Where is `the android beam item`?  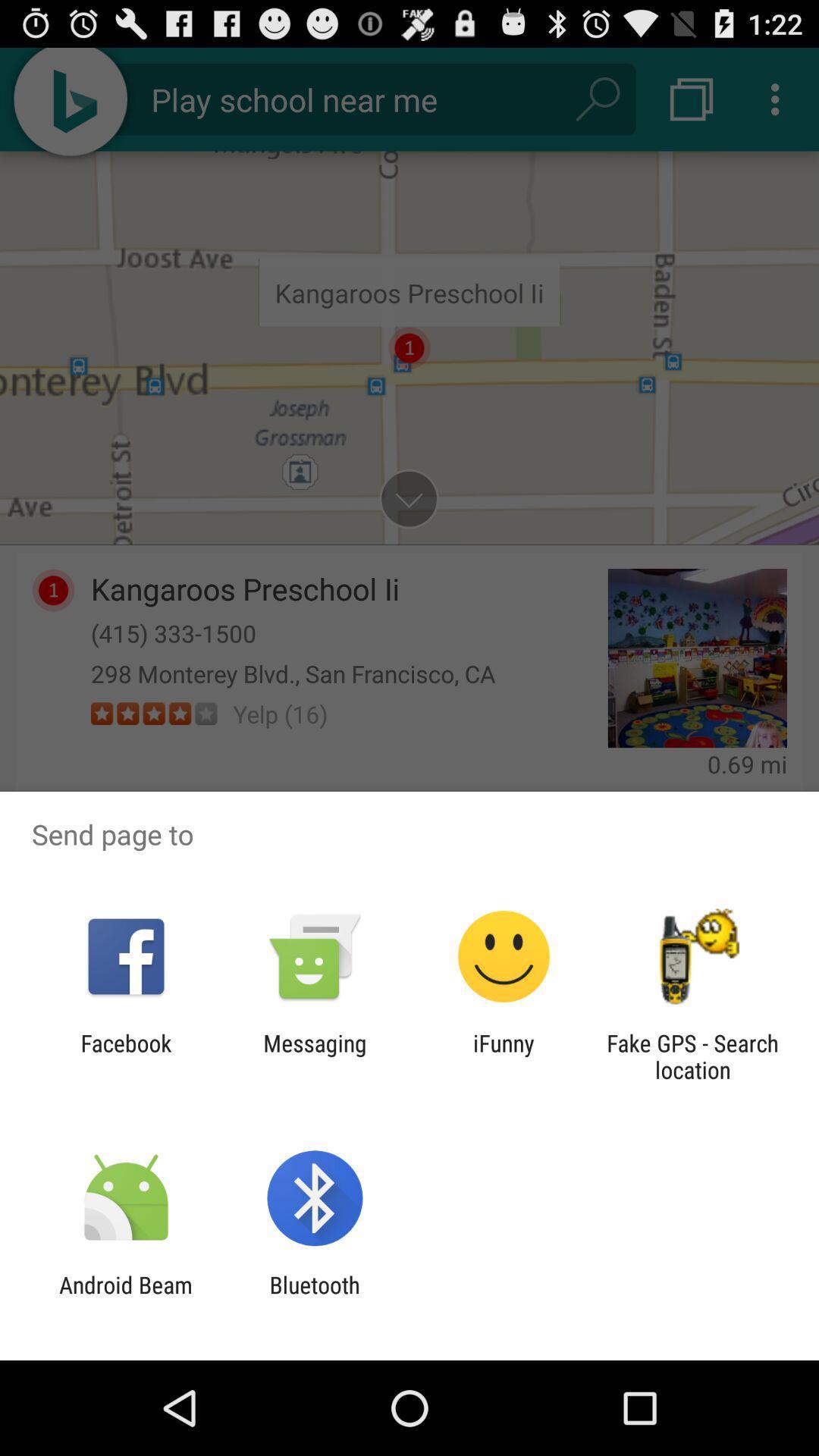
the android beam item is located at coordinates (125, 1298).